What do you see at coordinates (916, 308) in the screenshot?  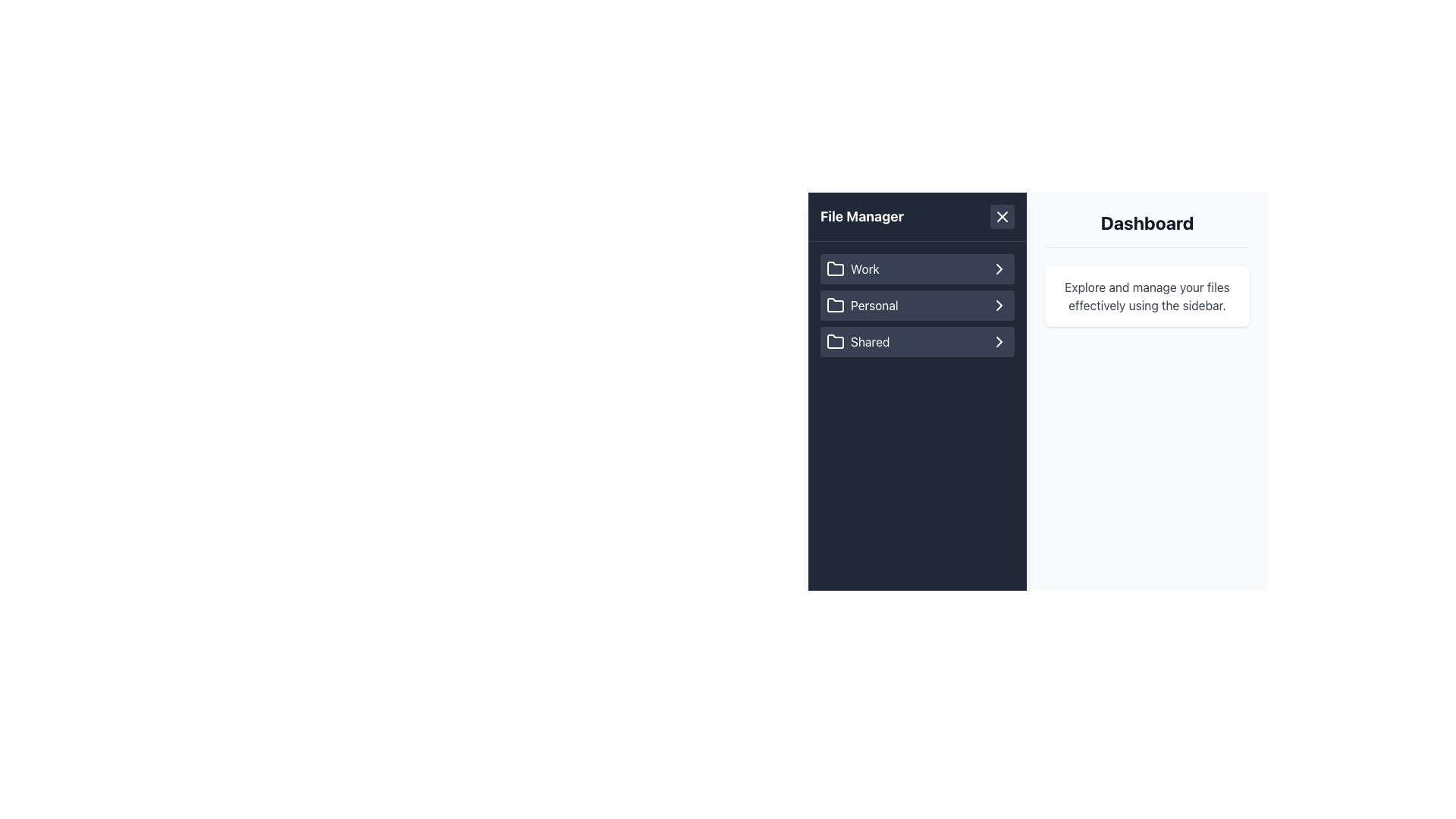 I see `the 'Personal' item in the 'File Manager' navigation sidebar` at bounding box center [916, 308].